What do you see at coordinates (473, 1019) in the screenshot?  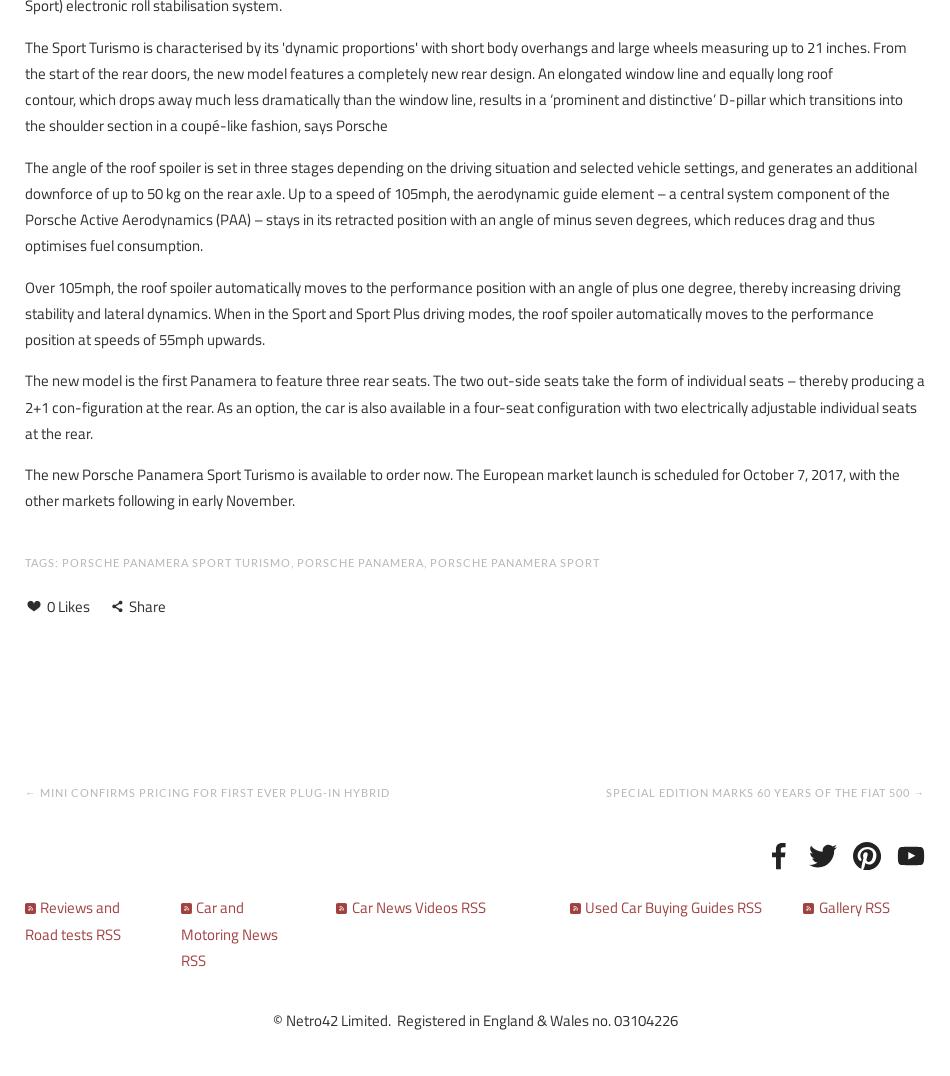 I see `'© Netro42 Limited.  Registered in England & Wales no. 03104226'` at bounding box center [473, 1019].